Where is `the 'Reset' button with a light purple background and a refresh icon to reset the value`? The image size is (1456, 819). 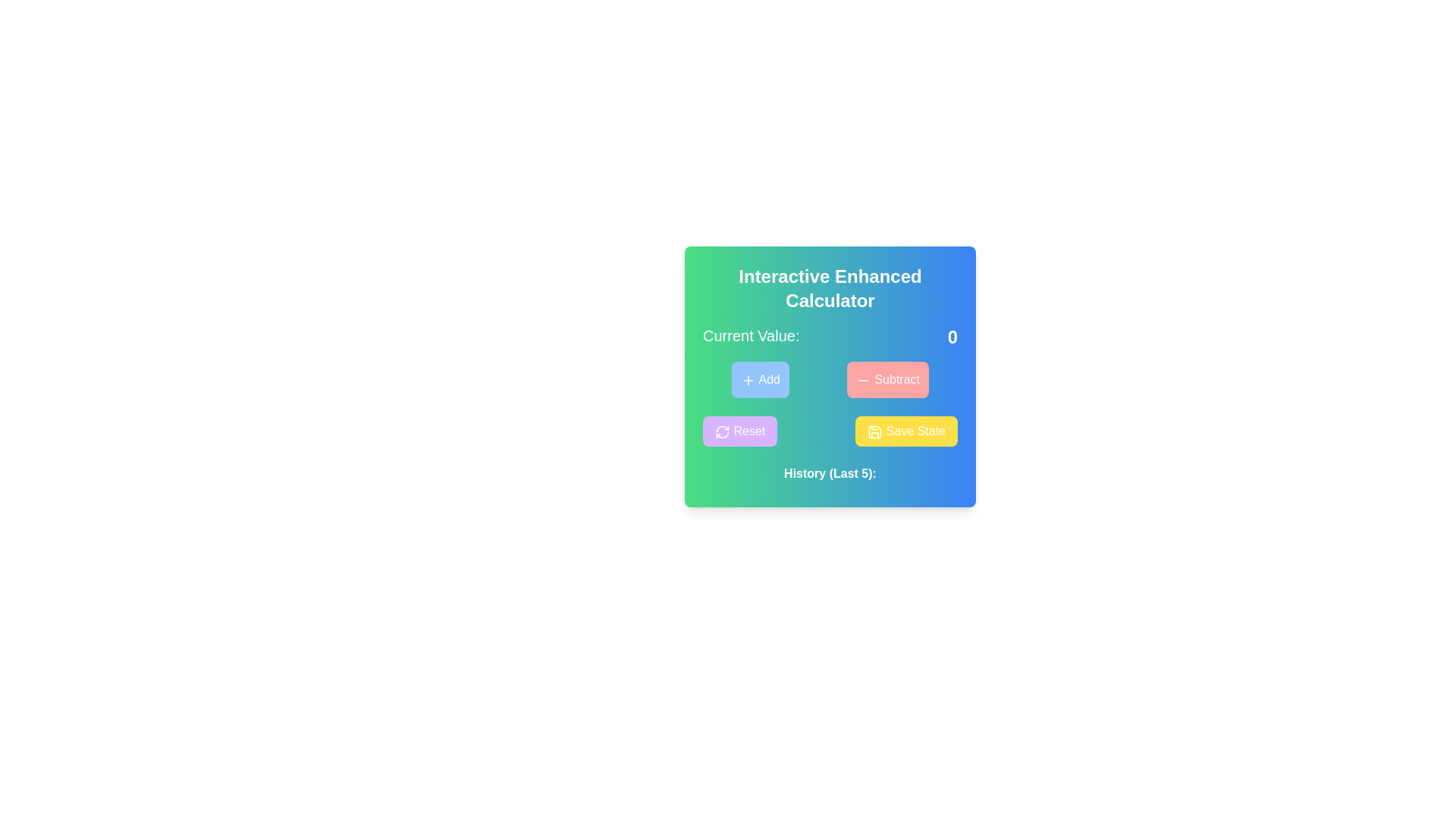
the 'Reset' button with a light purple background and a refresh icon to reset the value is located at coordinates (740, 431).